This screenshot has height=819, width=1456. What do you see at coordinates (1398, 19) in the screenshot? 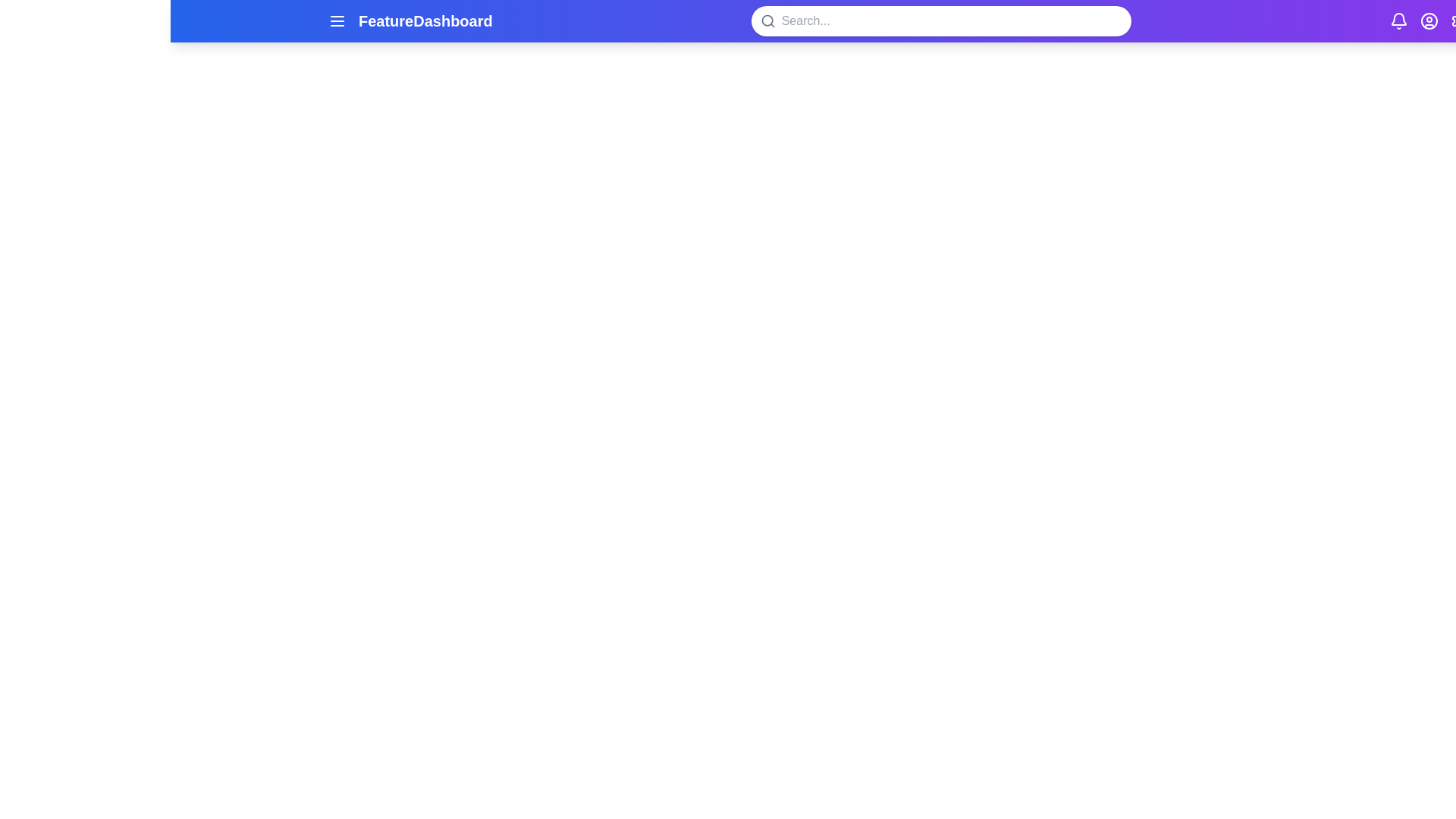
I see `the curved lines inside the bell icon located in the top-right corner of the interface, styled in white on a purple background` at bounding box center [1398, 19].